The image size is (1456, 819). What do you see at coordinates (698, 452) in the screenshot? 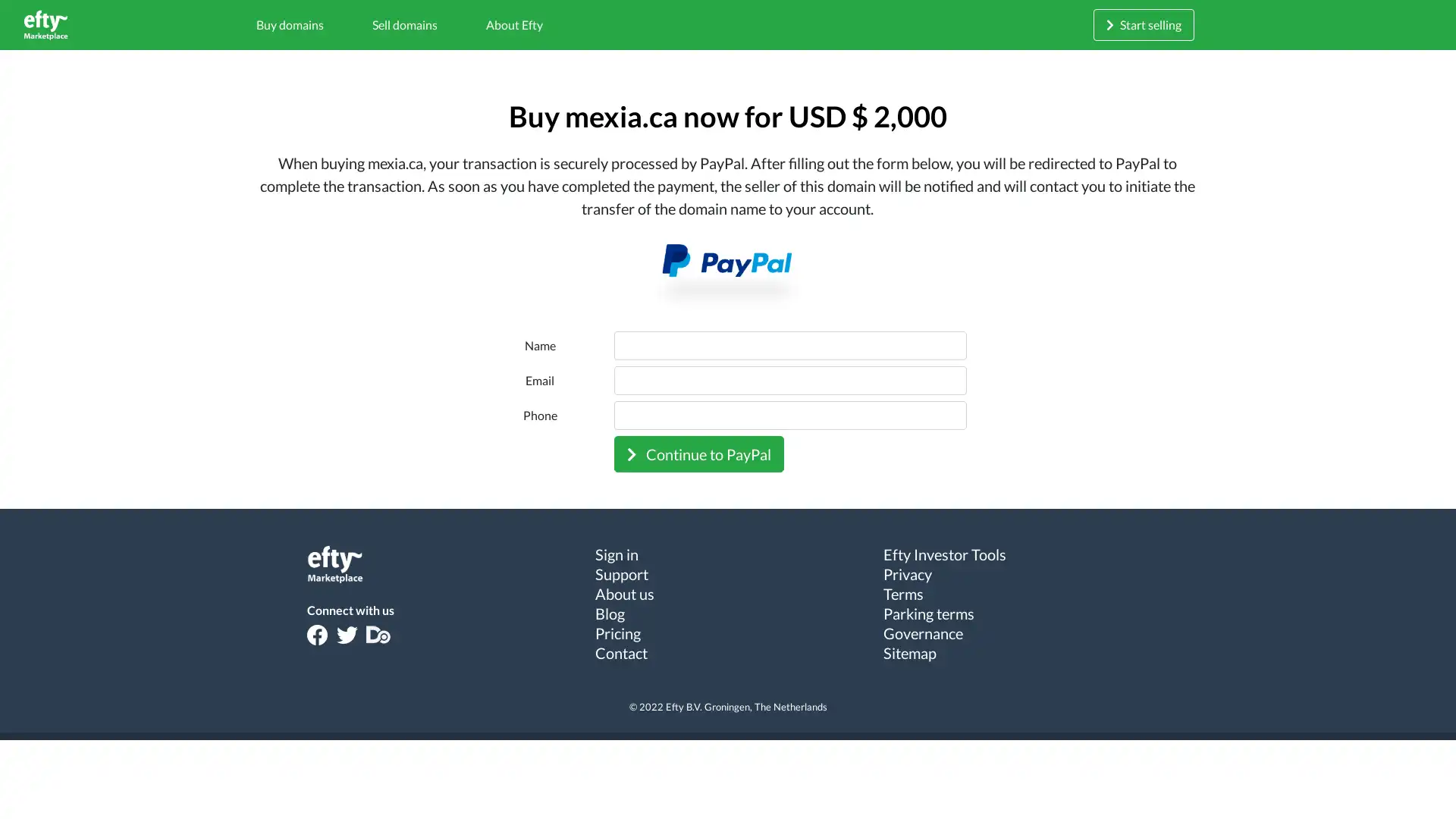
I see `Continue to PayPal` at bounding box center [698, 452].